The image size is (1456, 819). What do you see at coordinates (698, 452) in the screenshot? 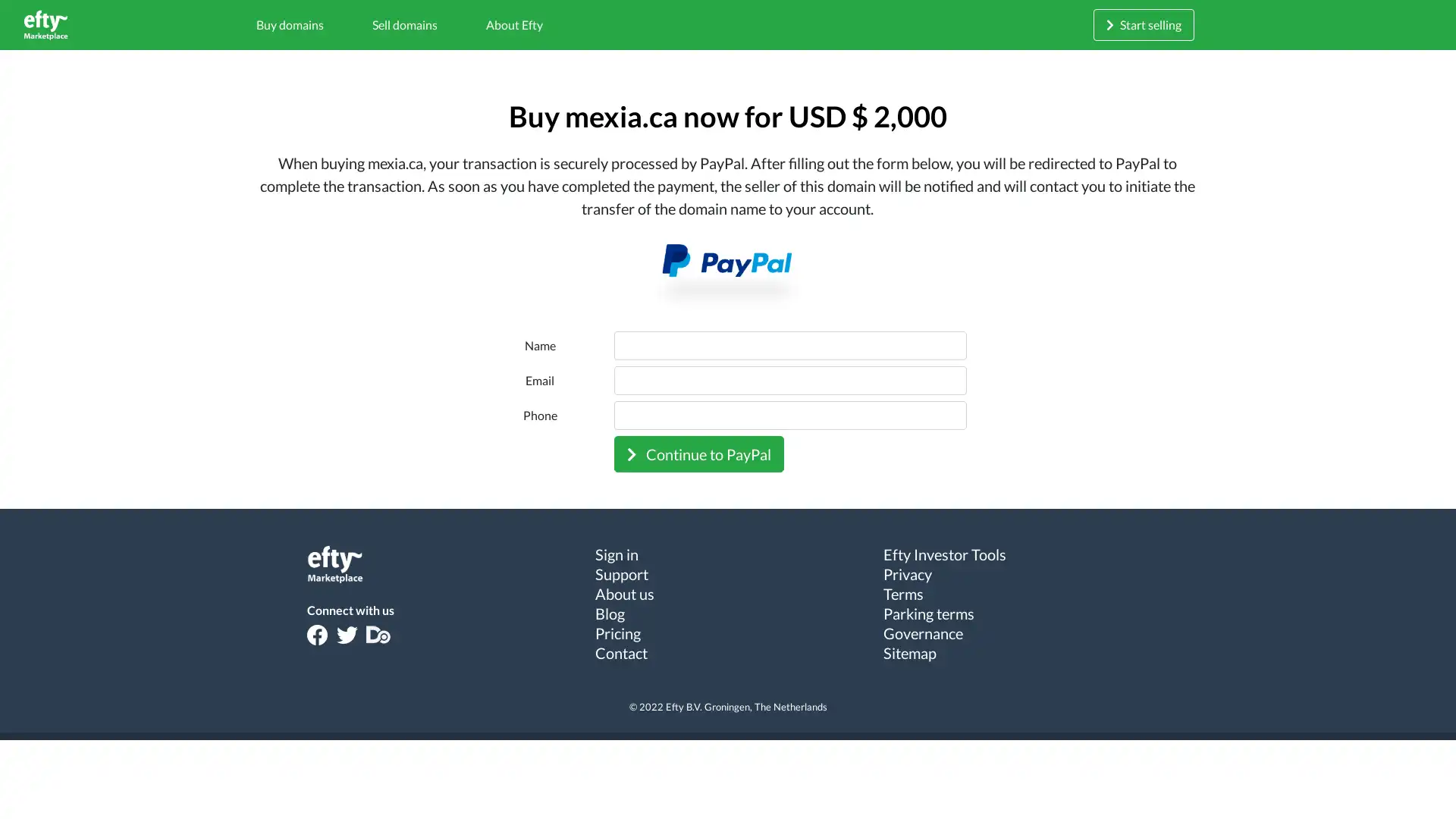
I see `Continue to PayPal` at bounding box center [698, 452].